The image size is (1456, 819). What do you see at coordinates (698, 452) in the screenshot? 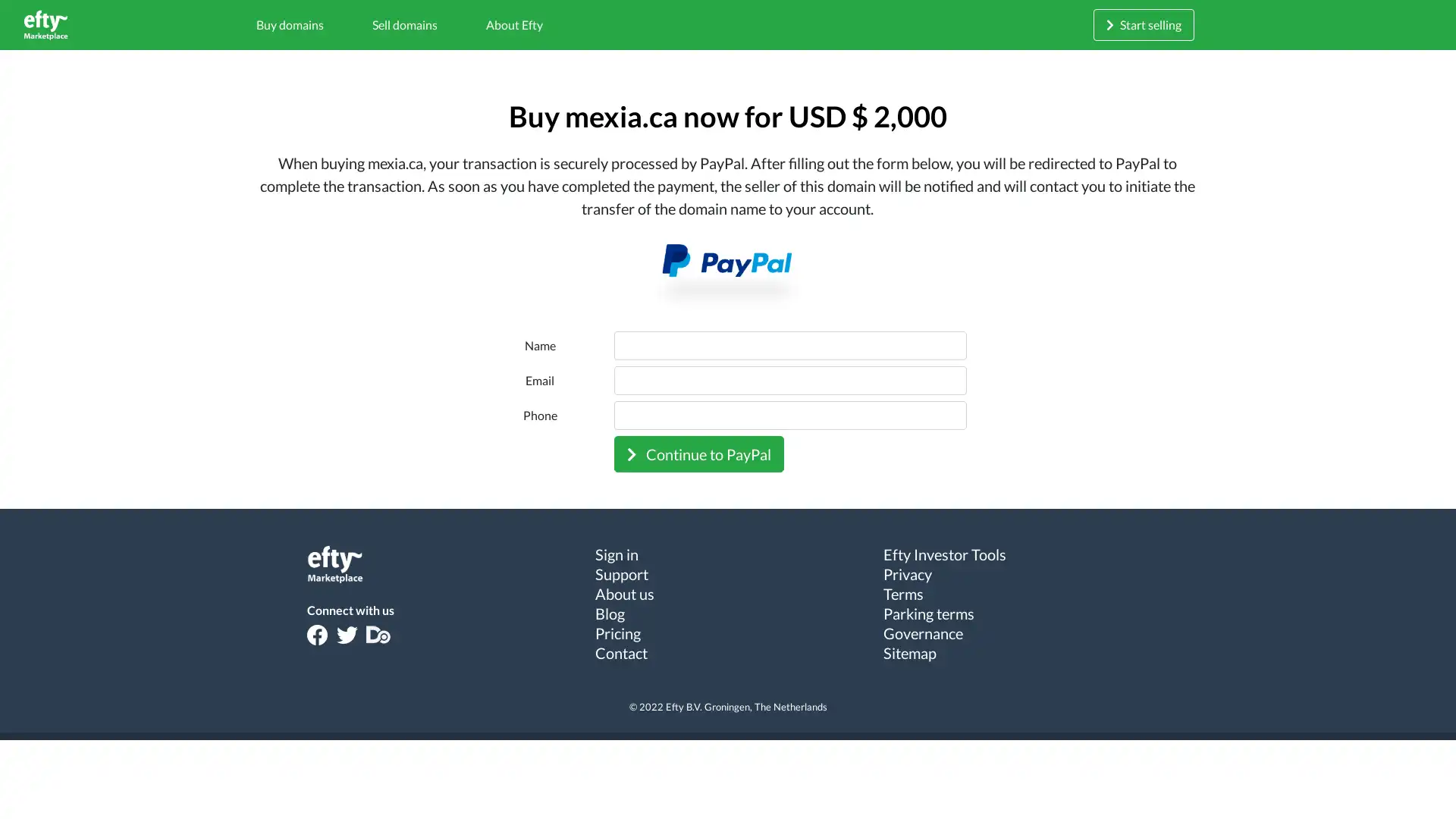
I see `Continue to PayPal` at bounding box center [698, 452].